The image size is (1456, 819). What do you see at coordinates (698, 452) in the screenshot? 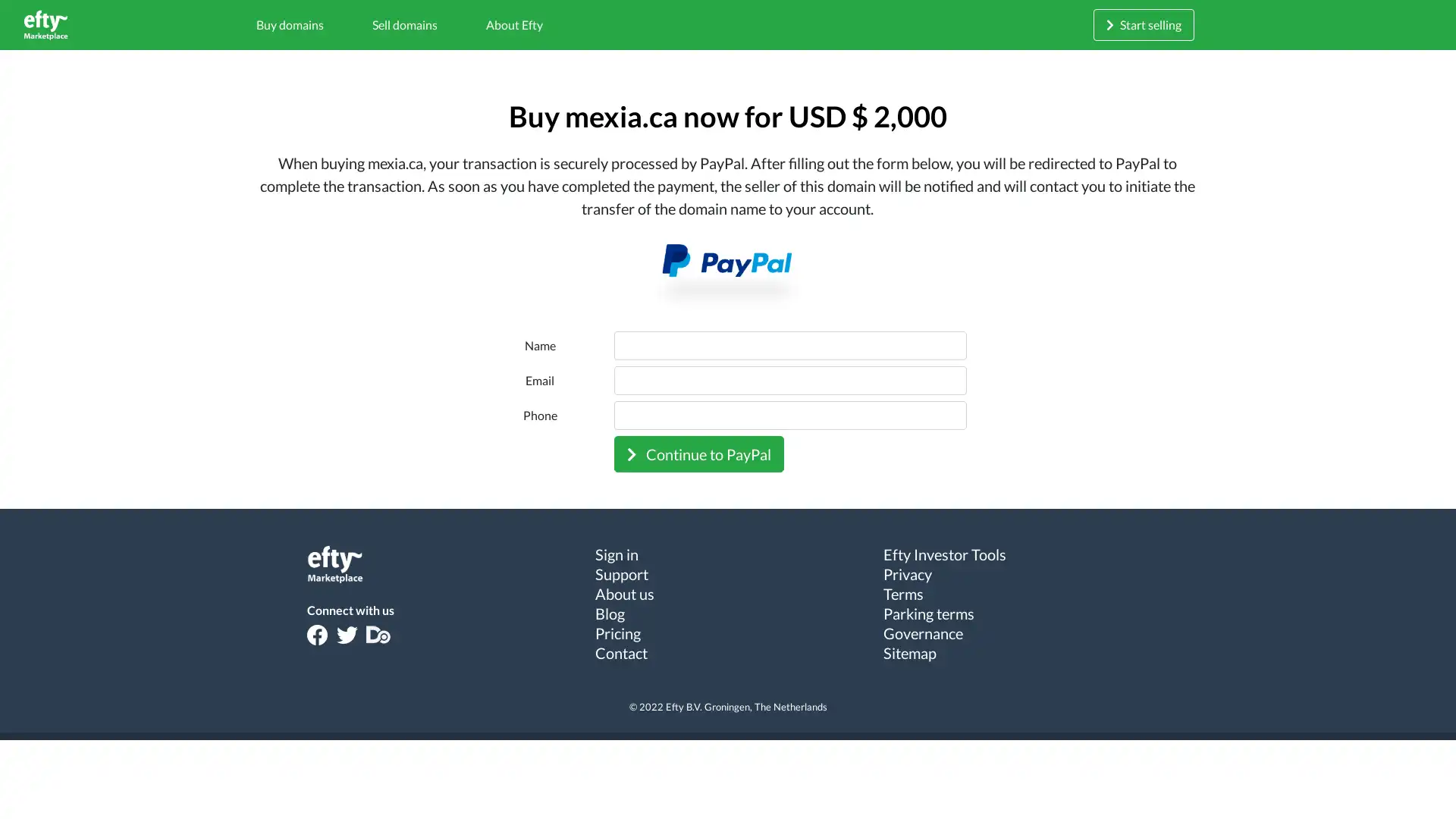
I see `Continue to PayPal` at bounding box center [698, 452].